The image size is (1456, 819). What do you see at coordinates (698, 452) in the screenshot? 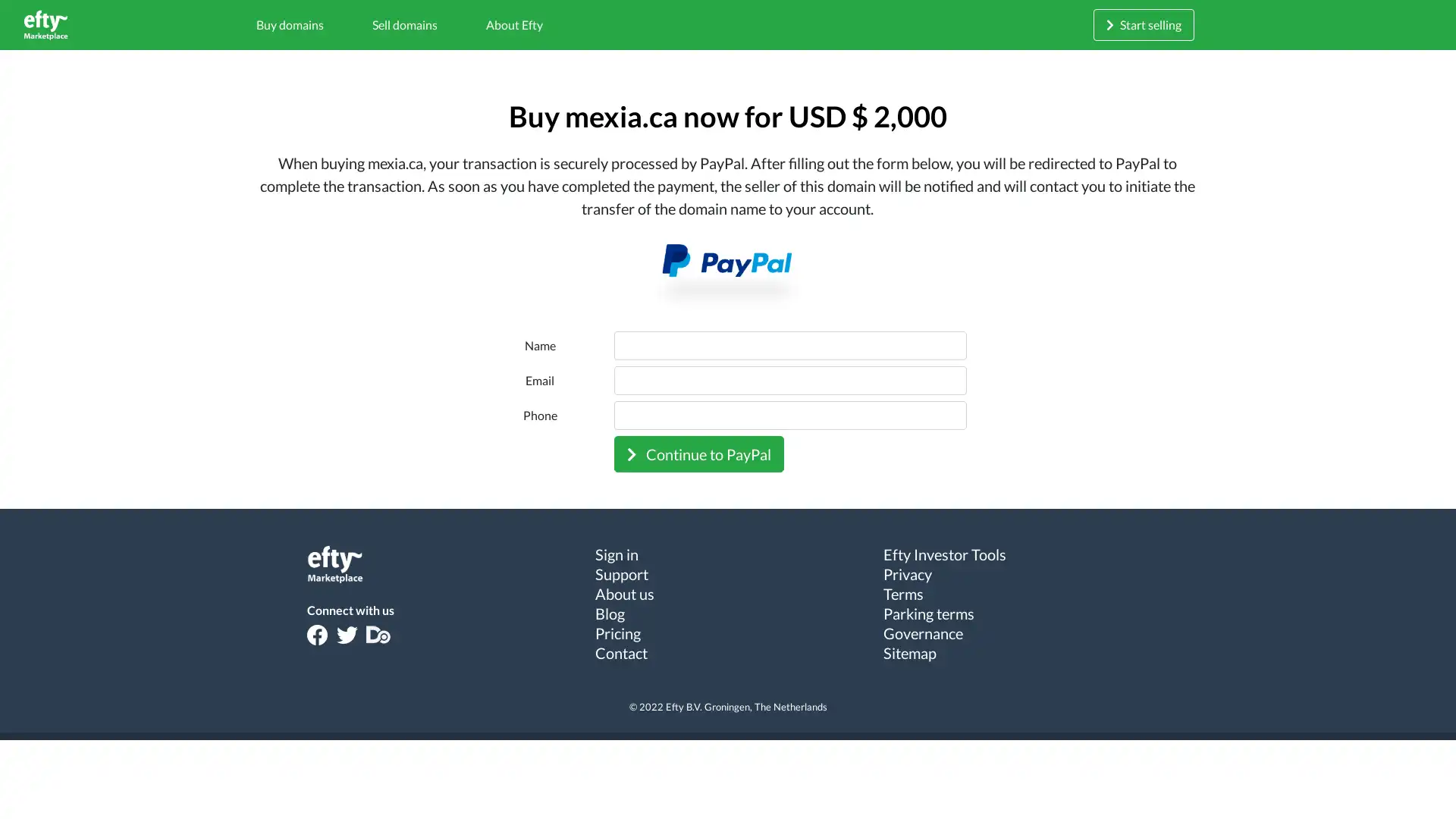
I see `Continue to PayPal` at bounding box center [698, 452].